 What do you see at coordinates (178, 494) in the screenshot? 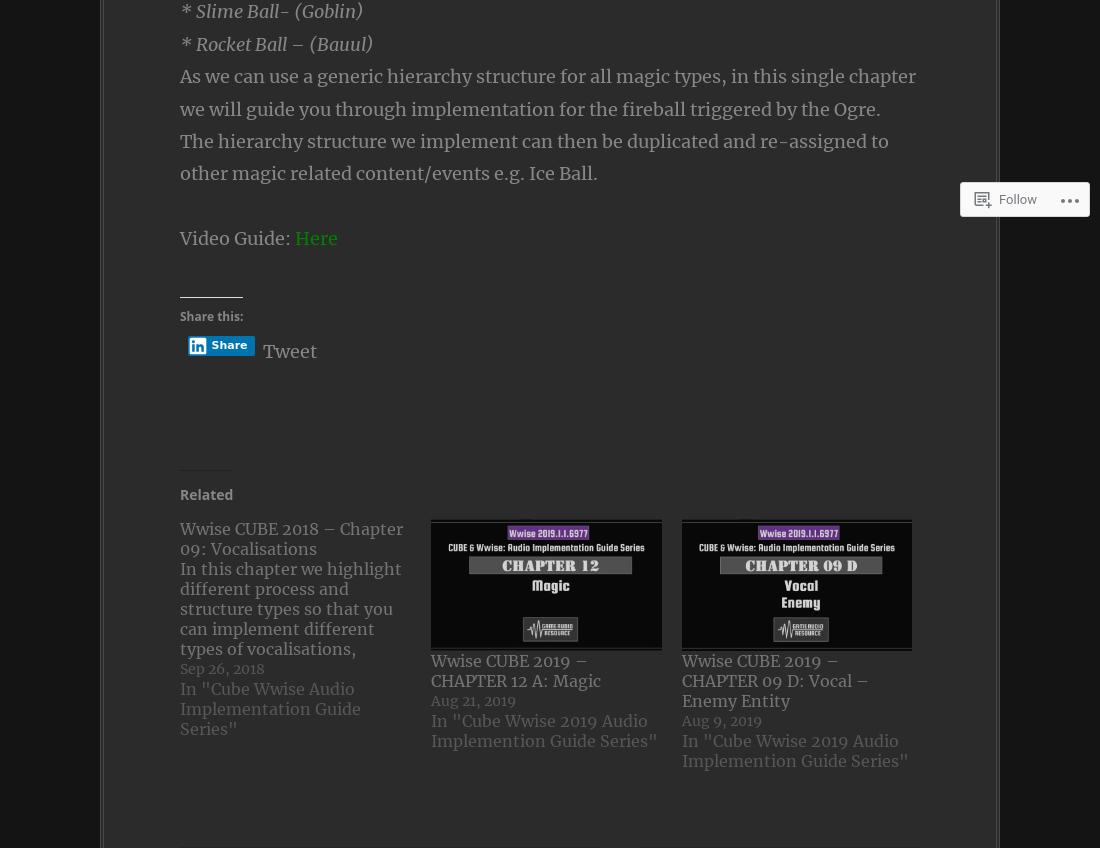
I see `'Related'` at bounding box center [178, 494].